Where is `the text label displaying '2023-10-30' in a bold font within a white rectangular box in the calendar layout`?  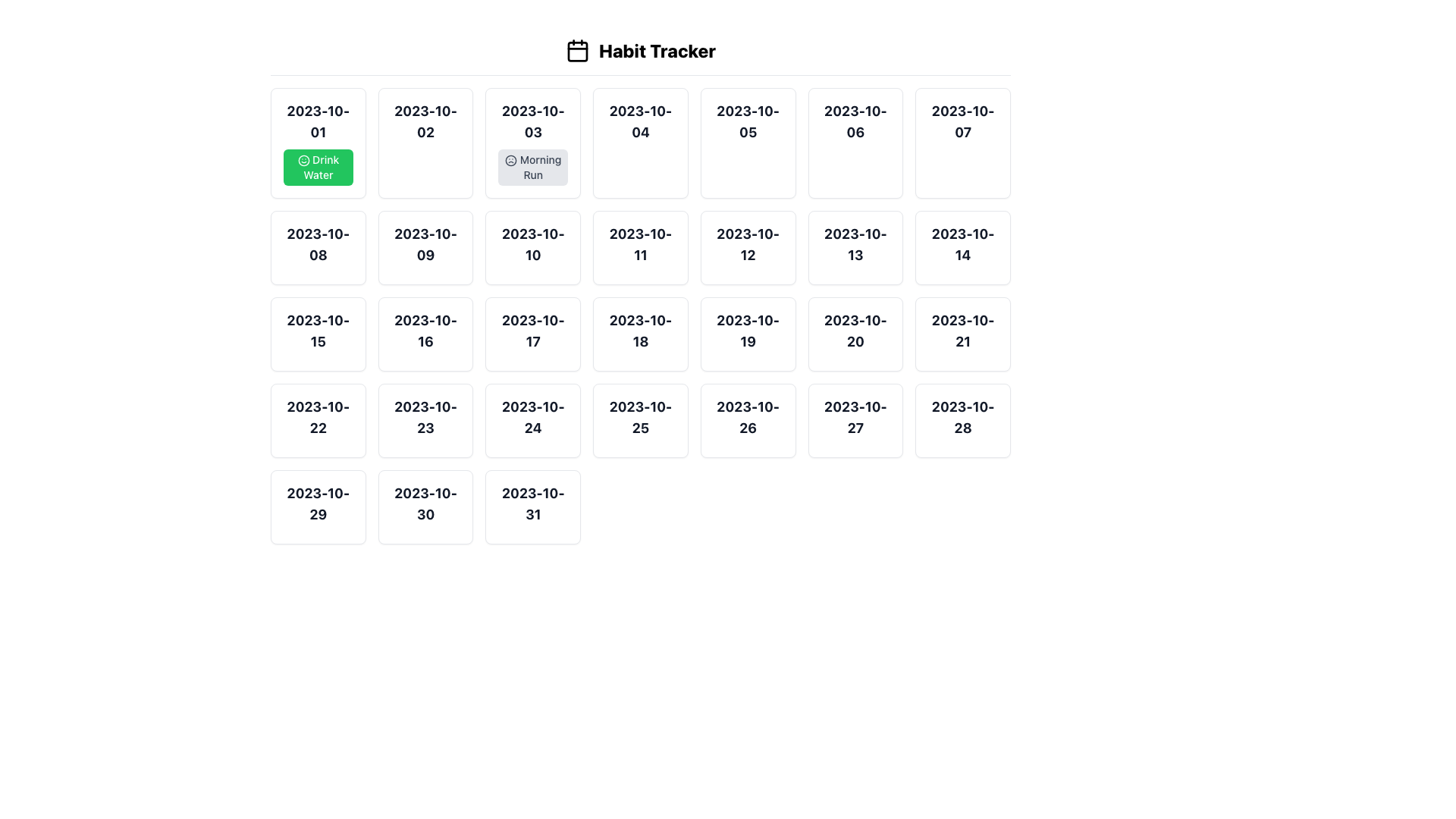 the text label displaying '2023-10-30' in a bold font within a white rectangular box in the calendar layout is located at coordinates (425, 504).